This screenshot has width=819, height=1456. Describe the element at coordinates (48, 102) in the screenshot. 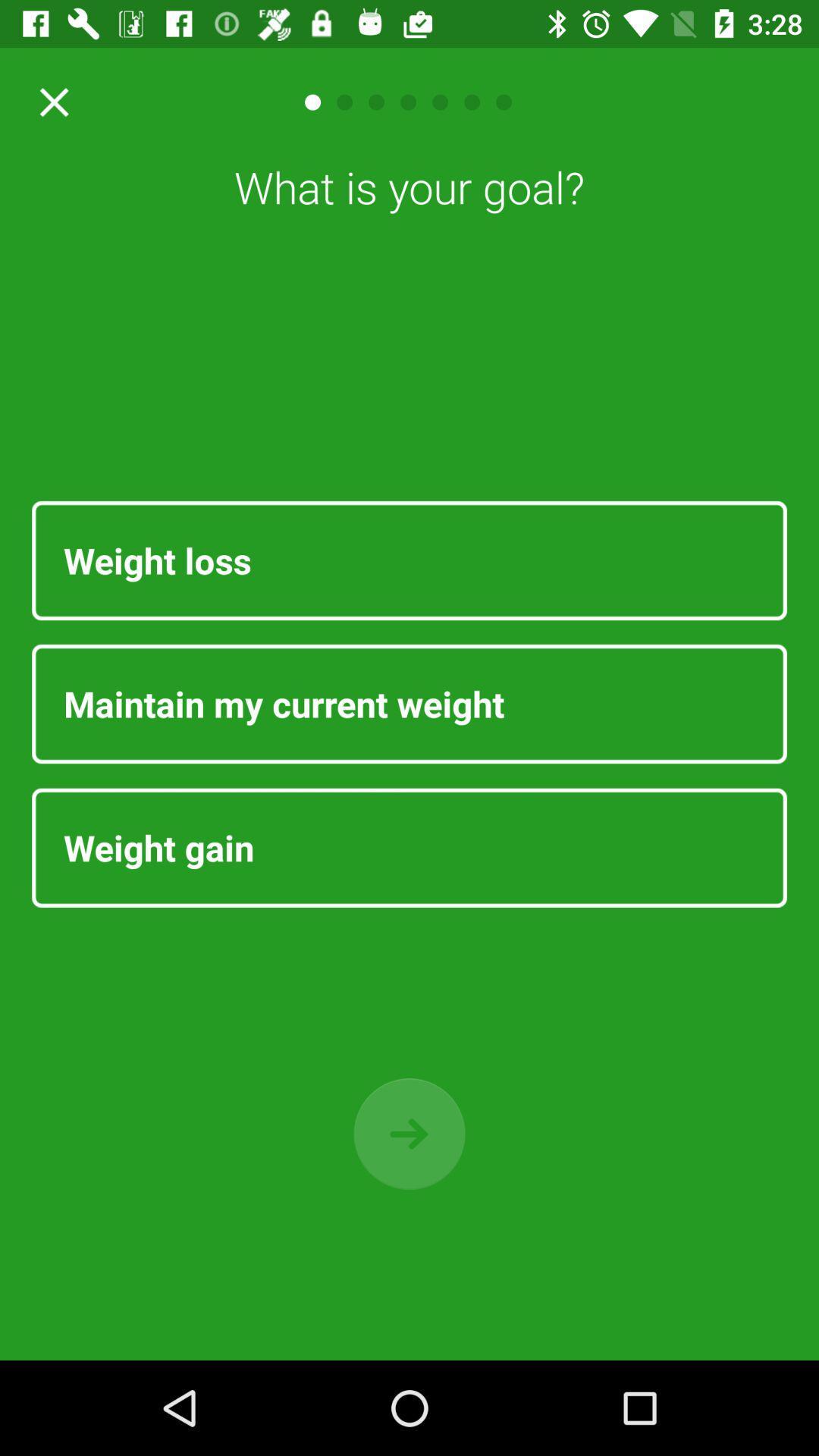

I see `close` at that location.